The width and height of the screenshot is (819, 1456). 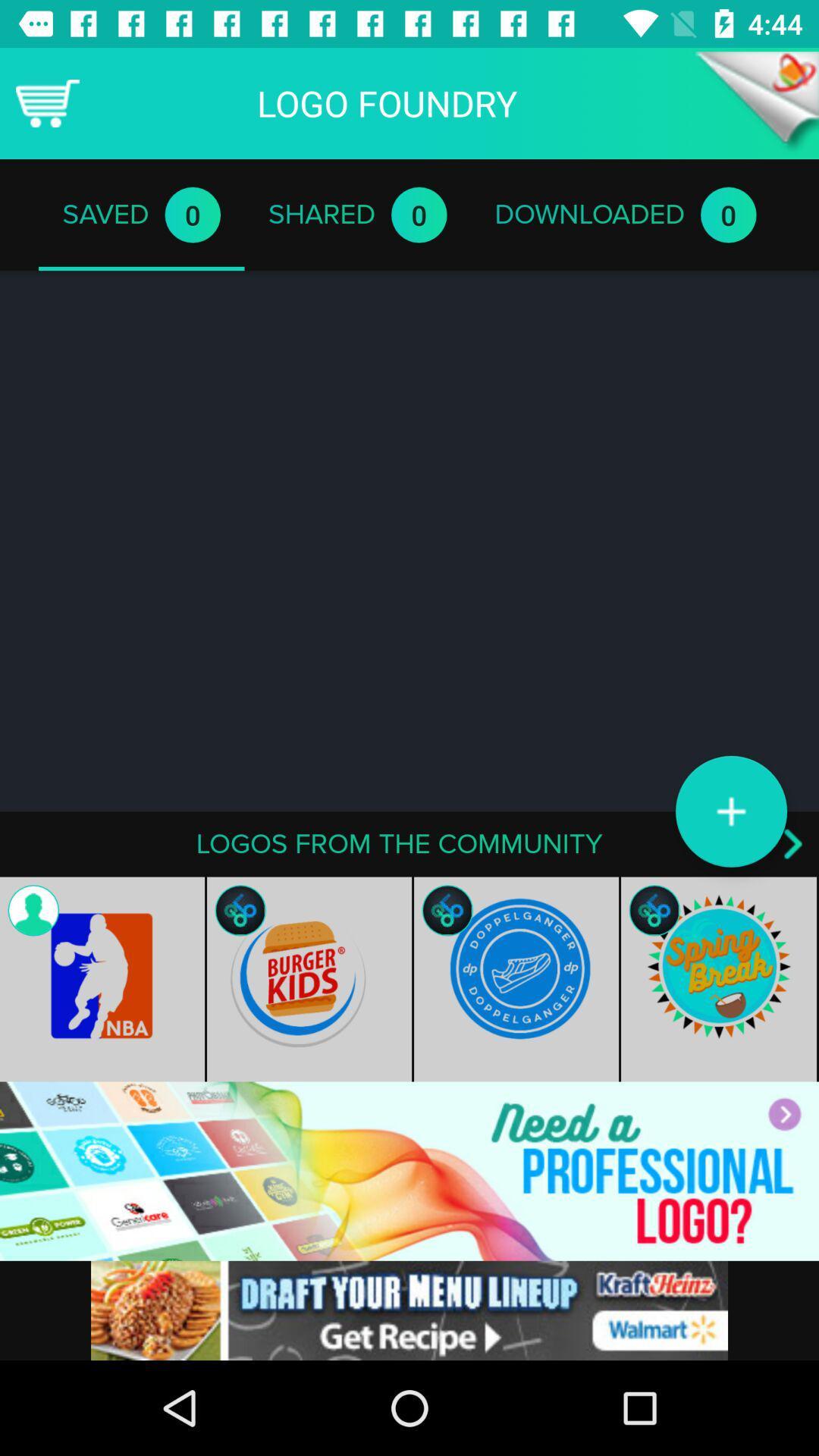 What do you see at coordinates (730, 811) in the screenshot?
I see `the add icon` at bounding box center [730, 811].